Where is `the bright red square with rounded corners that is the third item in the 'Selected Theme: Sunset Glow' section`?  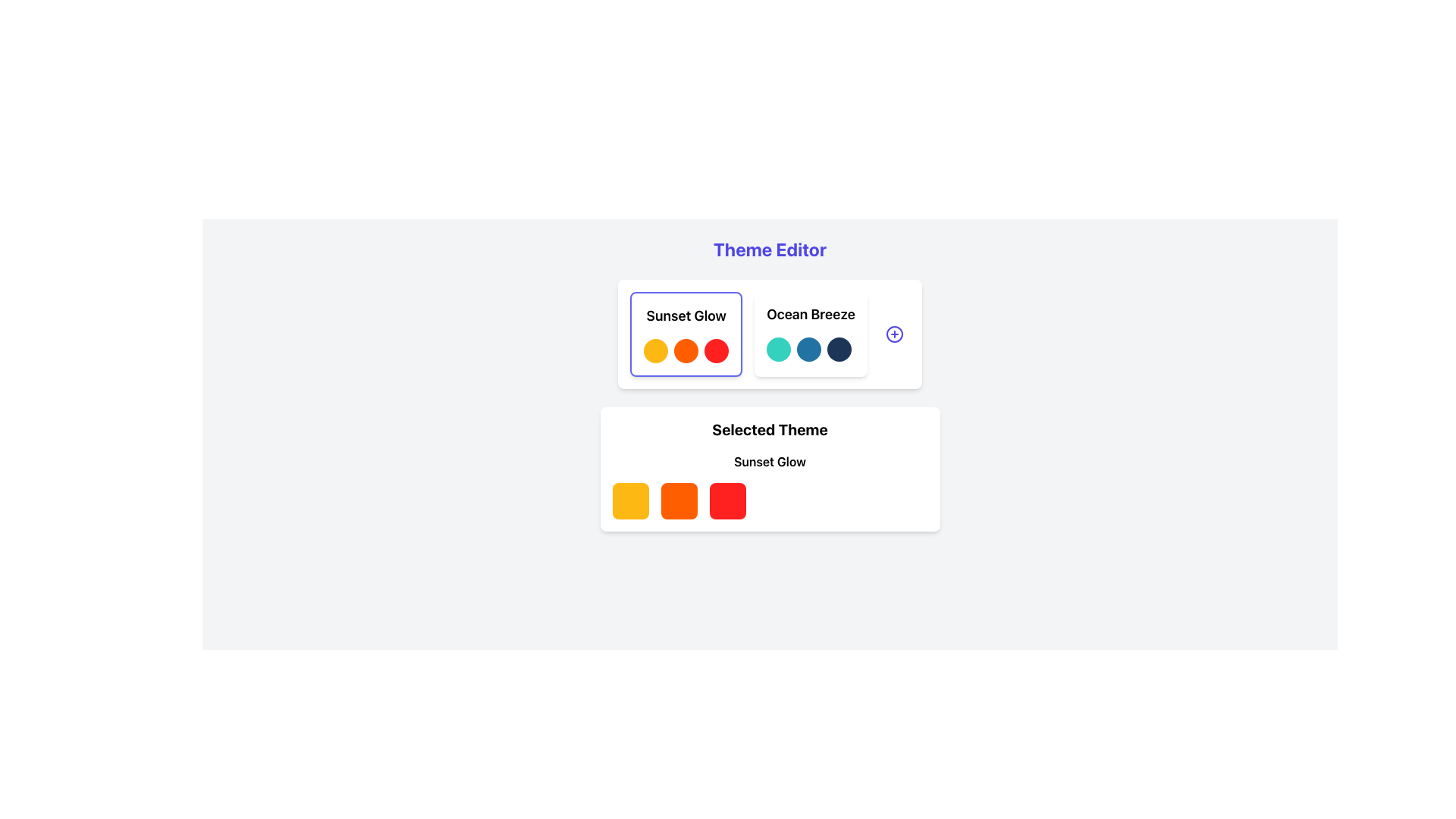
the bright red square with rounded corners that is the third item in the 'Selected Theme: Sunset Glow' section is located at coordinates (726, 500).